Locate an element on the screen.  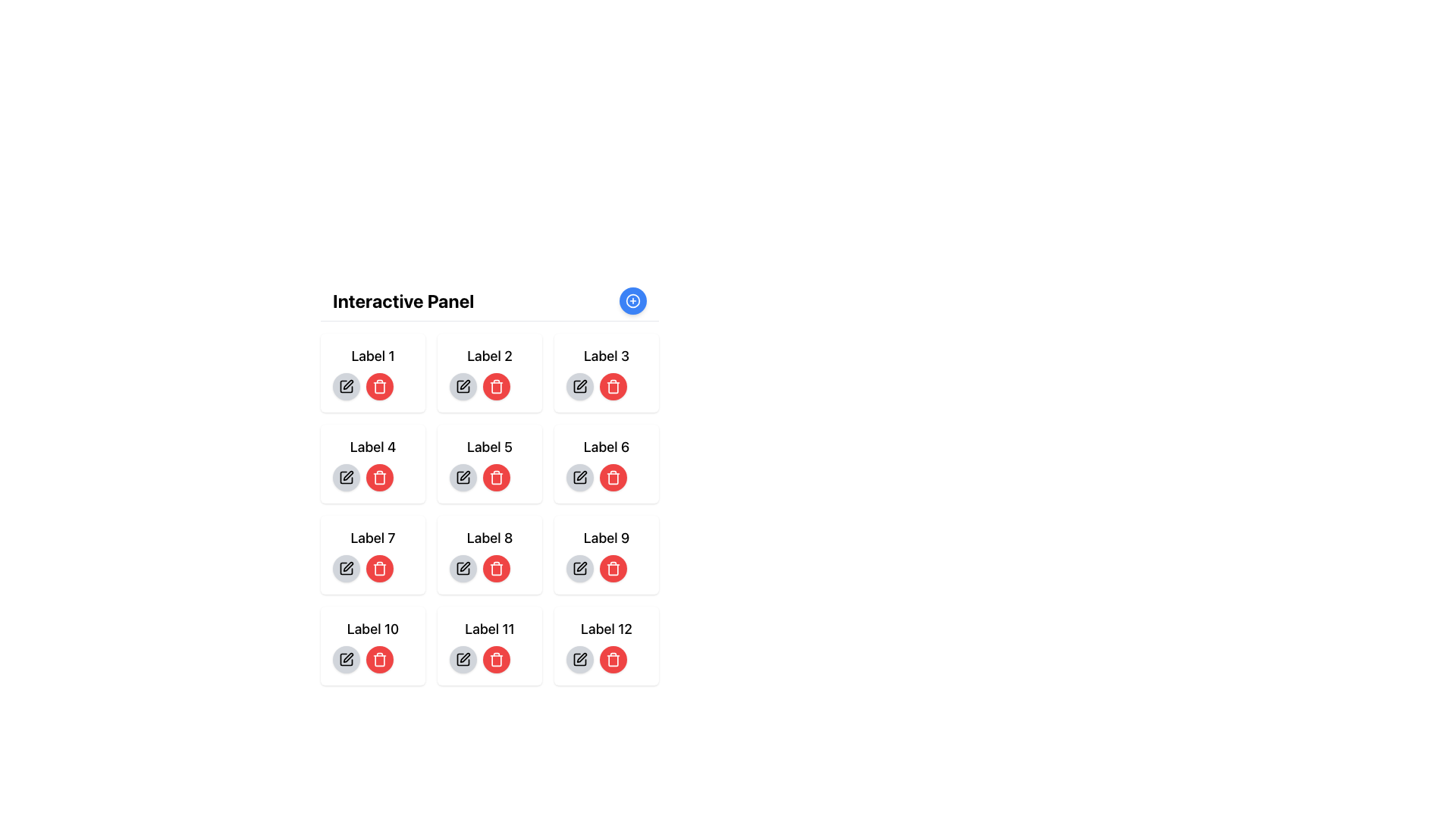
the edit button associated with 'Label 7' located in row 3, column 1 of the grid layout is located at coordinates (345, 568).